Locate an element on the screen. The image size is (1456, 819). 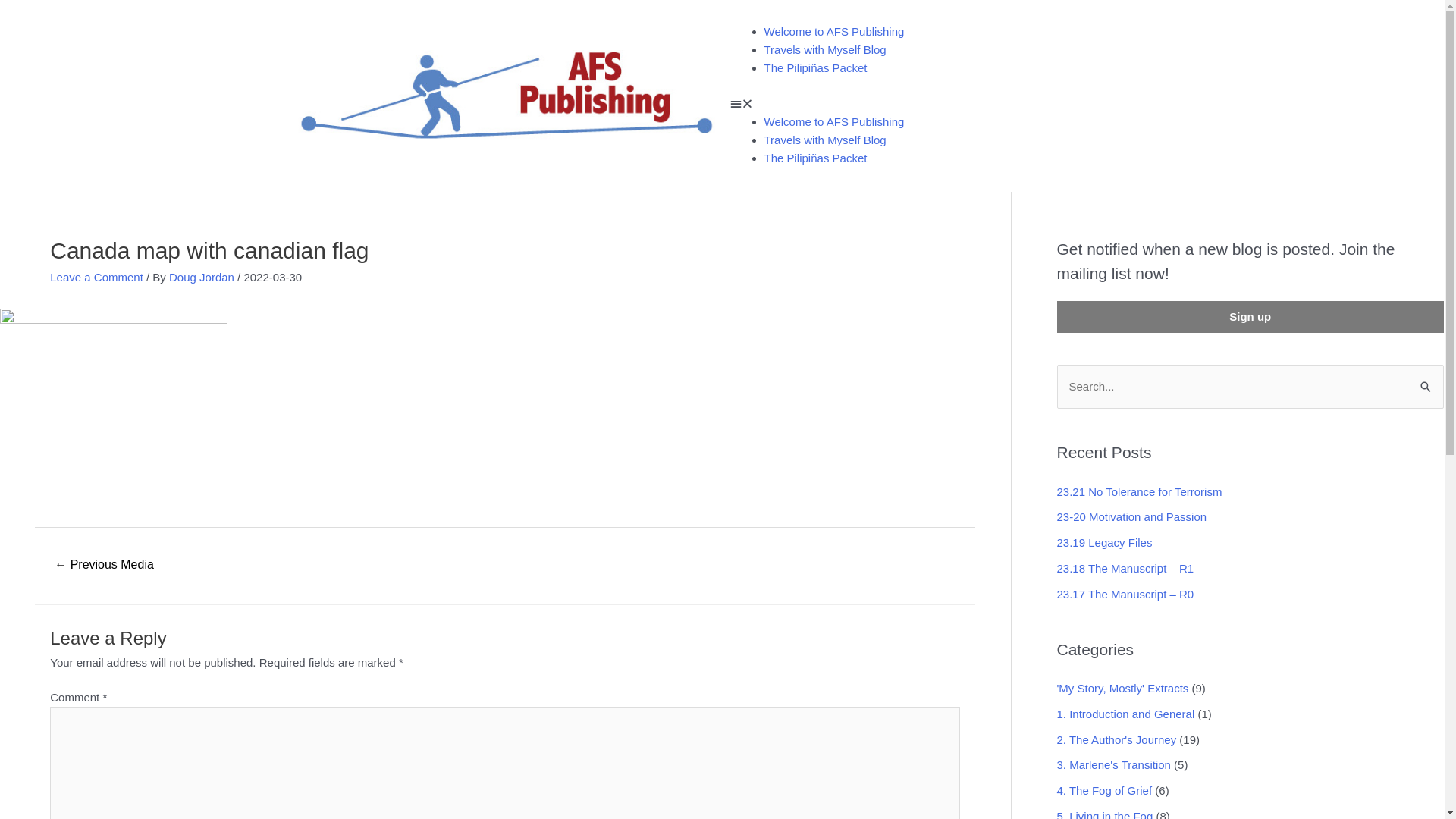
'3. Marlene's Transition' is located at coordinates (1113, 764).